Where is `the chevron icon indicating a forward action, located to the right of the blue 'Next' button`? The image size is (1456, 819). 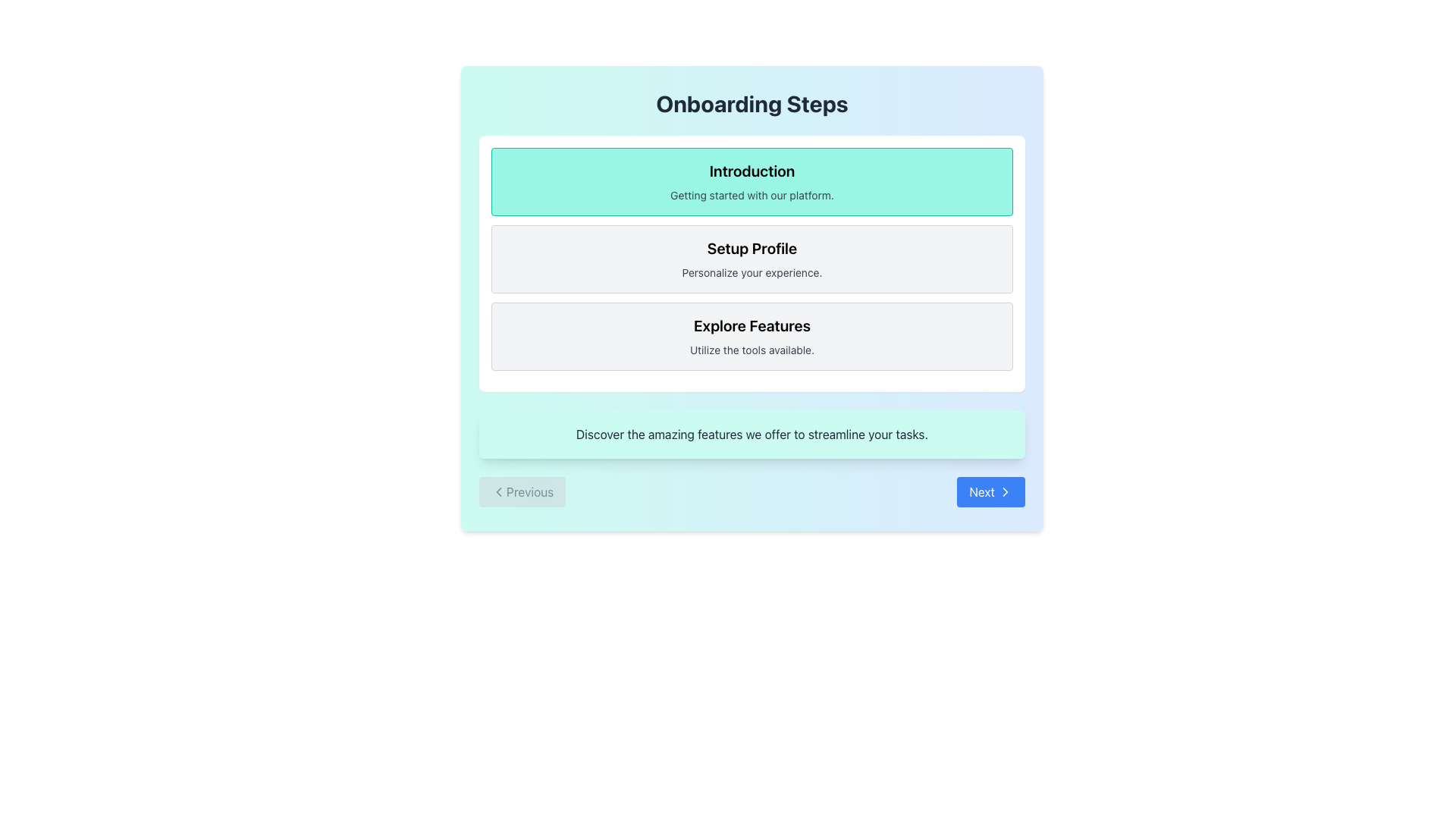 the chevron icon indicating a forward action, located to the right of the blue 'Next' button is located at coordinates (1005, 491).